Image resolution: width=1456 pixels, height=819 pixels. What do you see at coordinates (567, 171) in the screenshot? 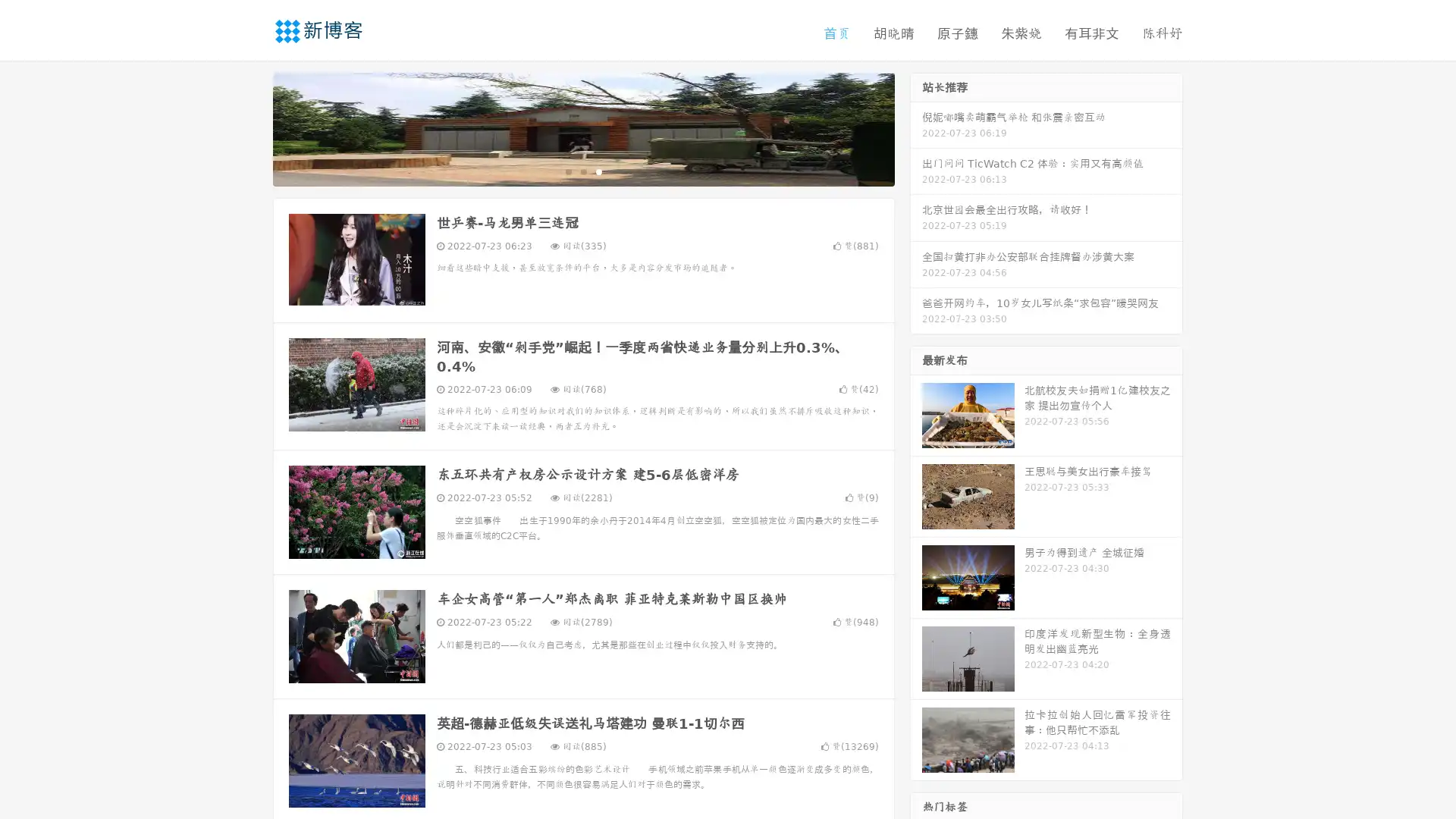
I see `Go to slide 1` at bounding box center [567, 171].